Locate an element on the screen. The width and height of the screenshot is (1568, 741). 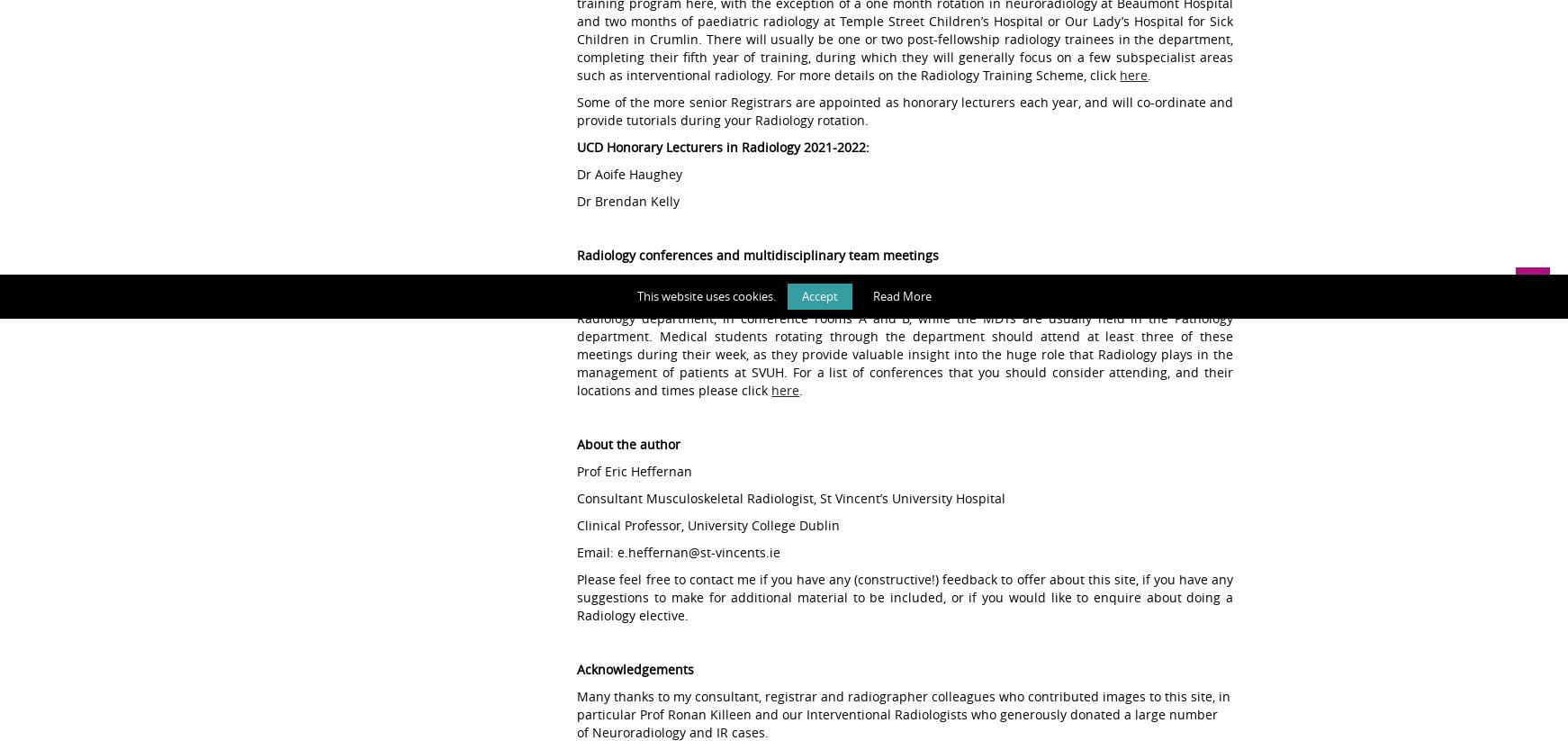
'The consultants and SpRs in the department participate in over 25 weekly Radiology conferences and MDTs involving the majority of the medical and surgical specialties in the hospital. Most of these take place in the Radiology department, in conference rooms A and B, while the MDTs are usually held in the Pathology department. Medical students rotating through the department should attend at least three of these meetings during their week, as they provide valuable insight into the huge role that Radiology plays in the management of patients at SVUH. For a list of conferences that you should consider attending, and their locations and times please click' is located at coordinates (904, 336).